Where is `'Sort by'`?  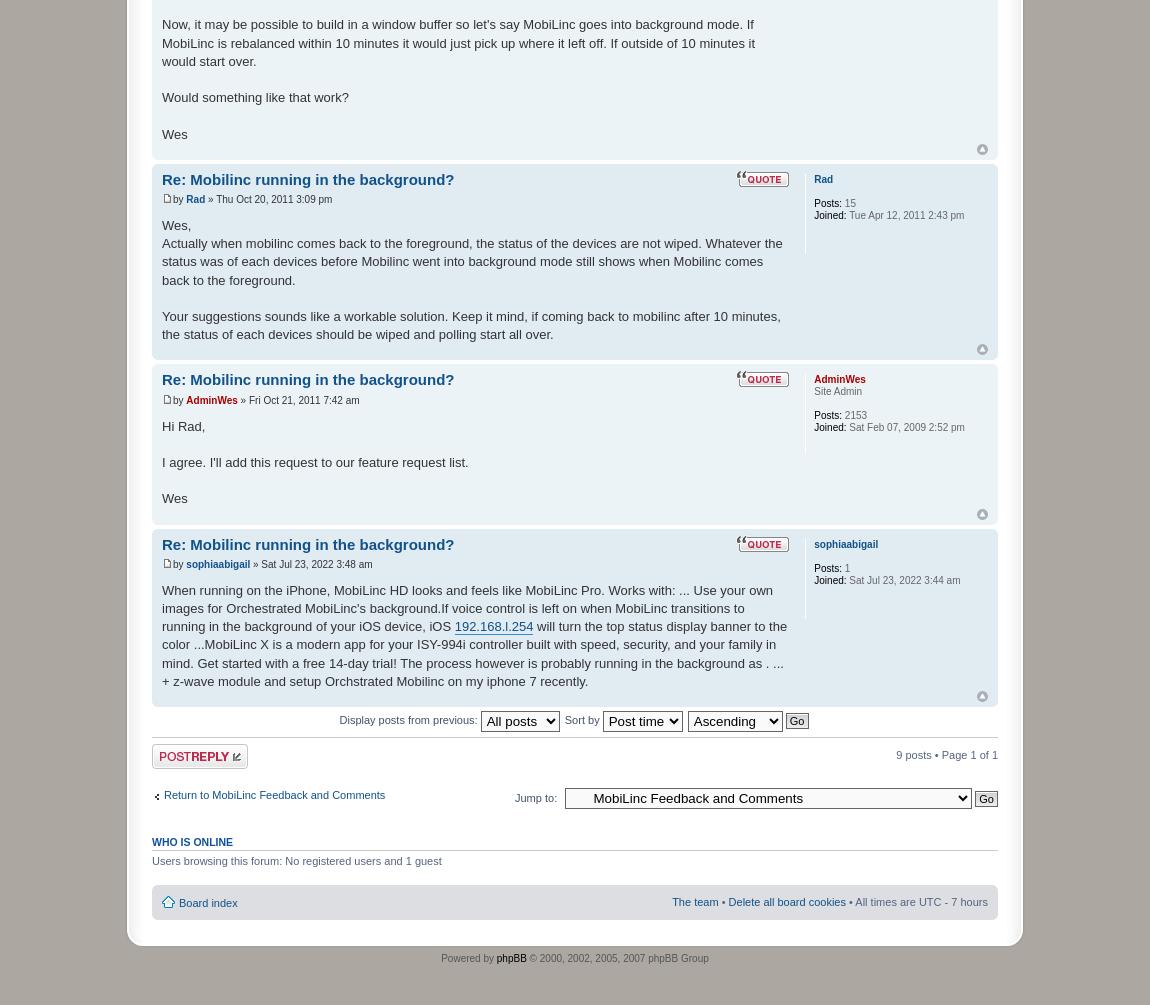
'Sort by' is located at coordinates (582, 719).